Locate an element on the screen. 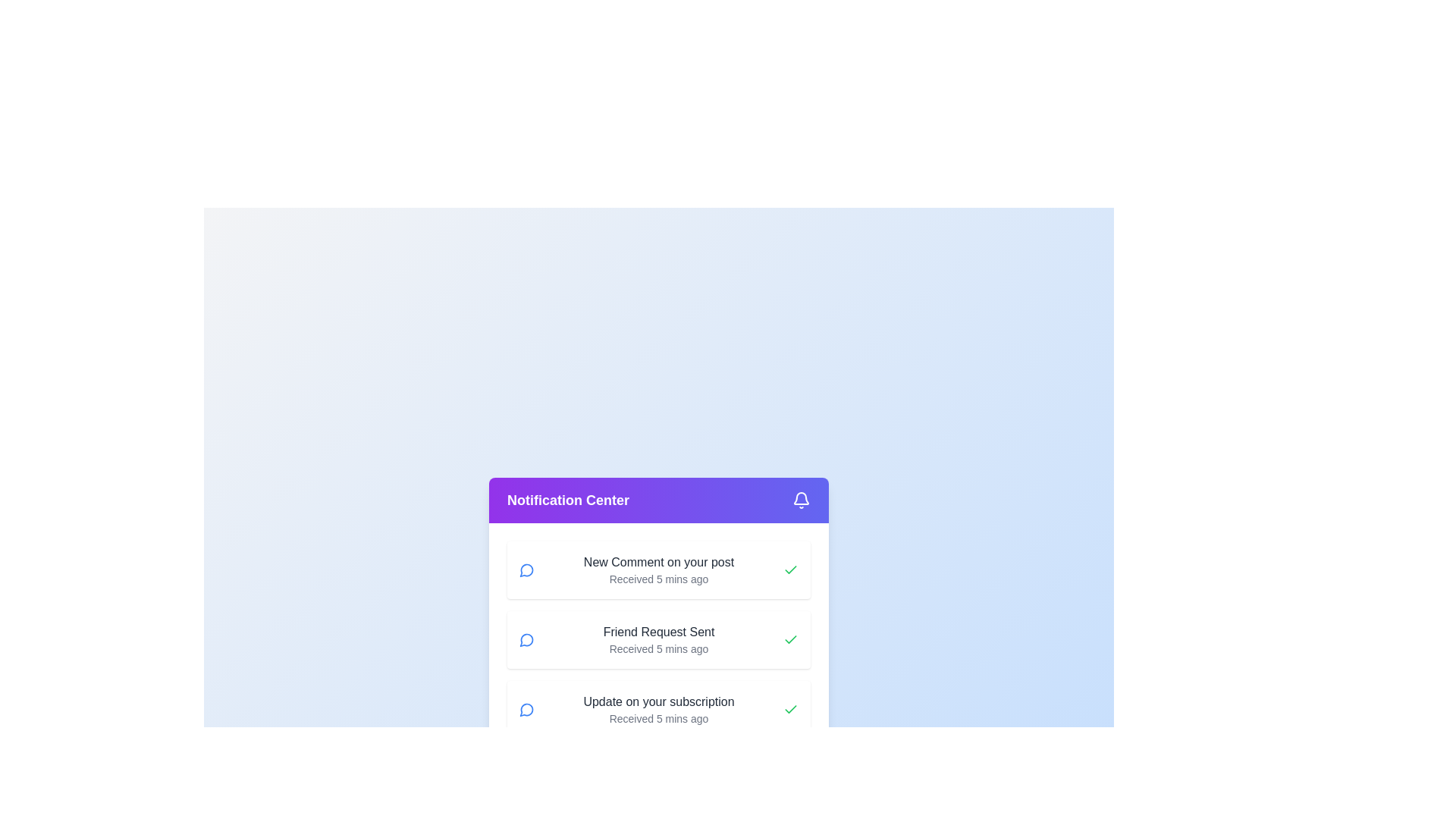  the text label providing a timestamp or contextual information about the notification located below the title 'Update on your subscription' within the notification card is located at coordinates (658, 718).